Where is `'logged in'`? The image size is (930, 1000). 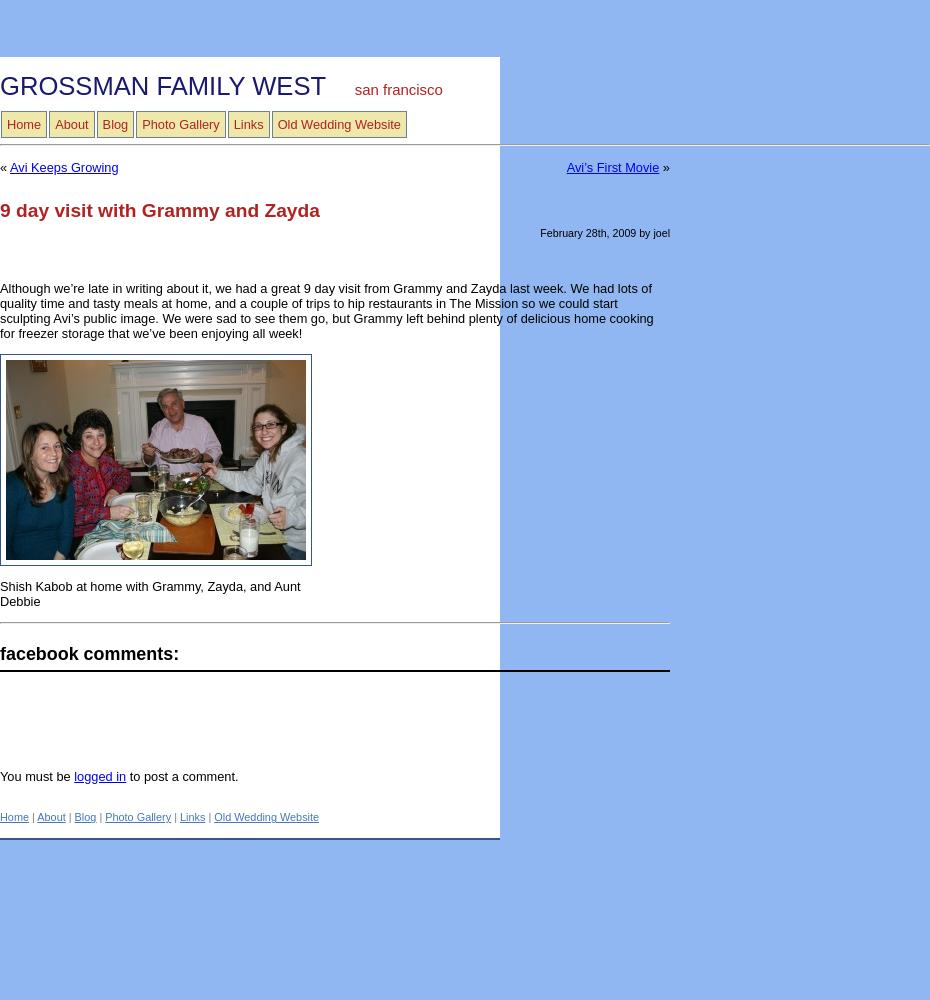
'logged in' is located at coordinates (99, 775).